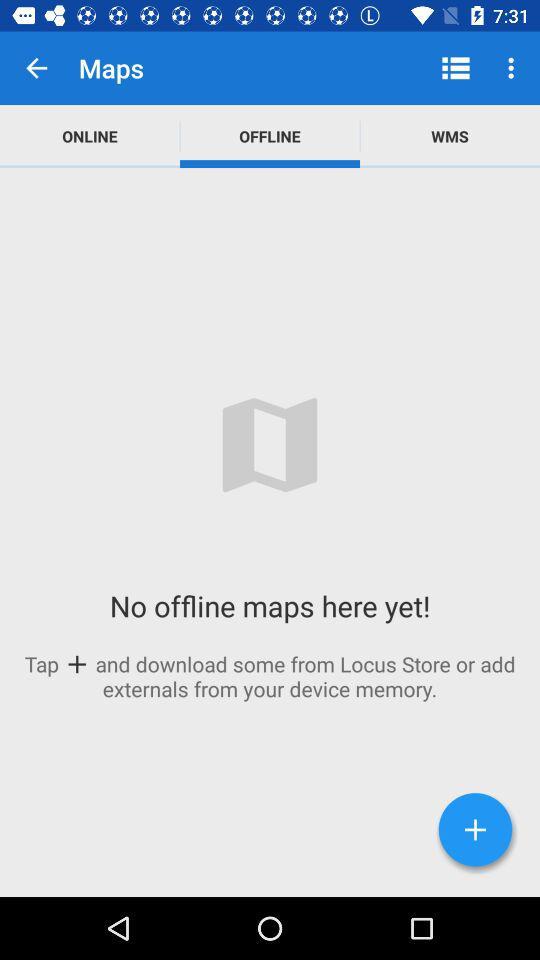 This screenshot has width=540, height=960. I want to click on app above the online item, so click(36, 68).